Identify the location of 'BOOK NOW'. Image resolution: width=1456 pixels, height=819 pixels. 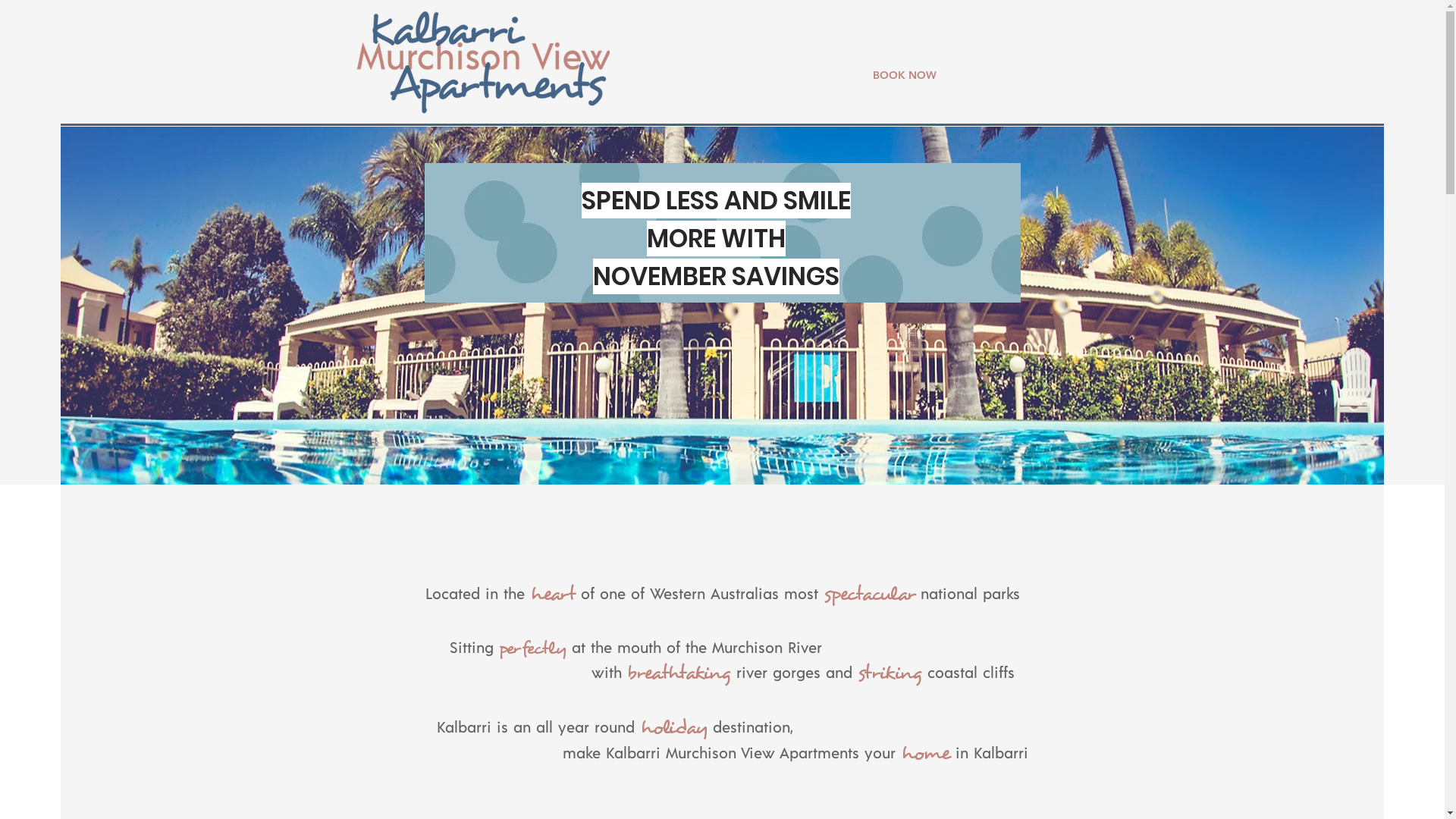
(1111, 49).